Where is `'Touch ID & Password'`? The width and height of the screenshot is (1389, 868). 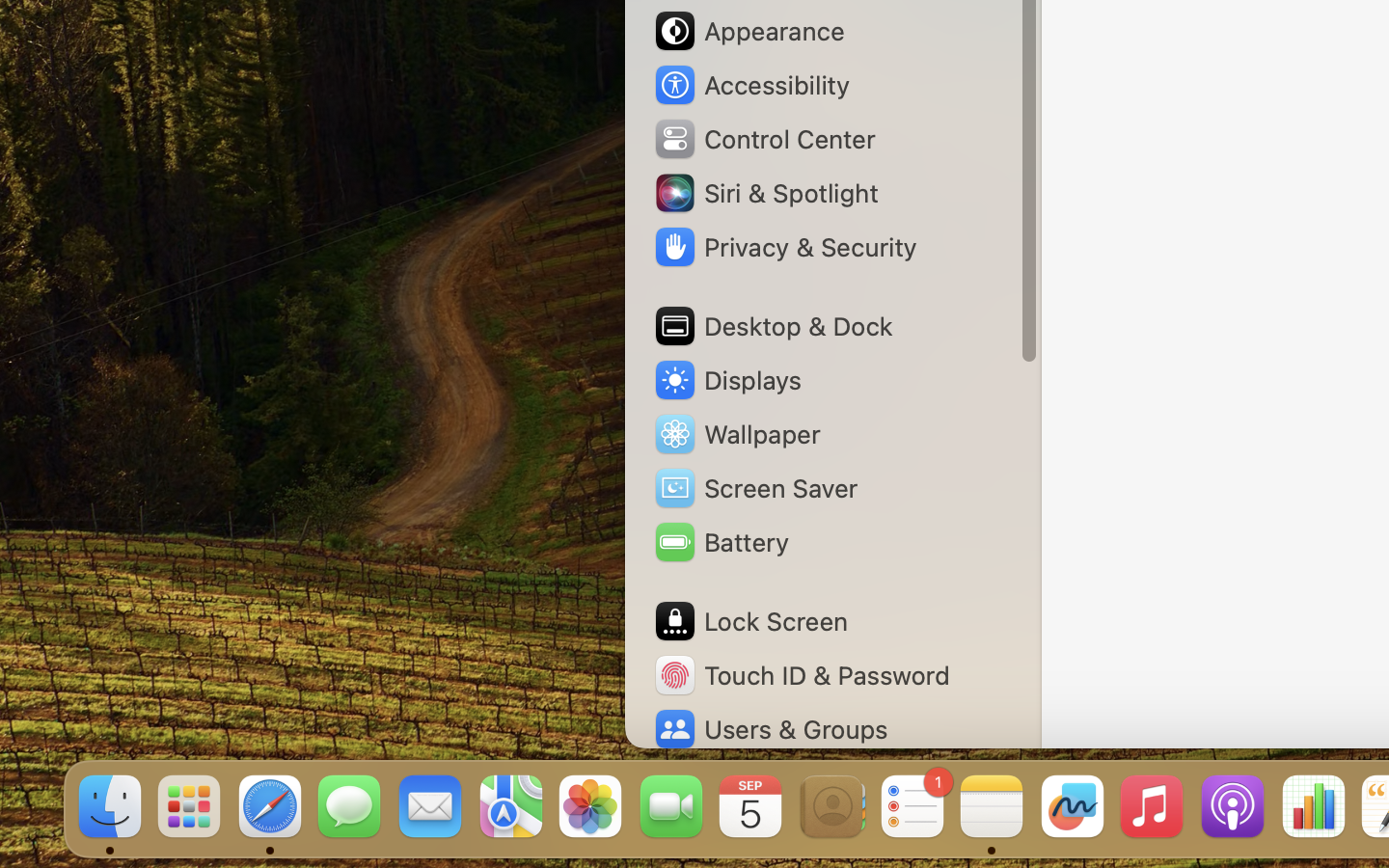 'Touch ID & Password' is located at coordinates (802, 674).